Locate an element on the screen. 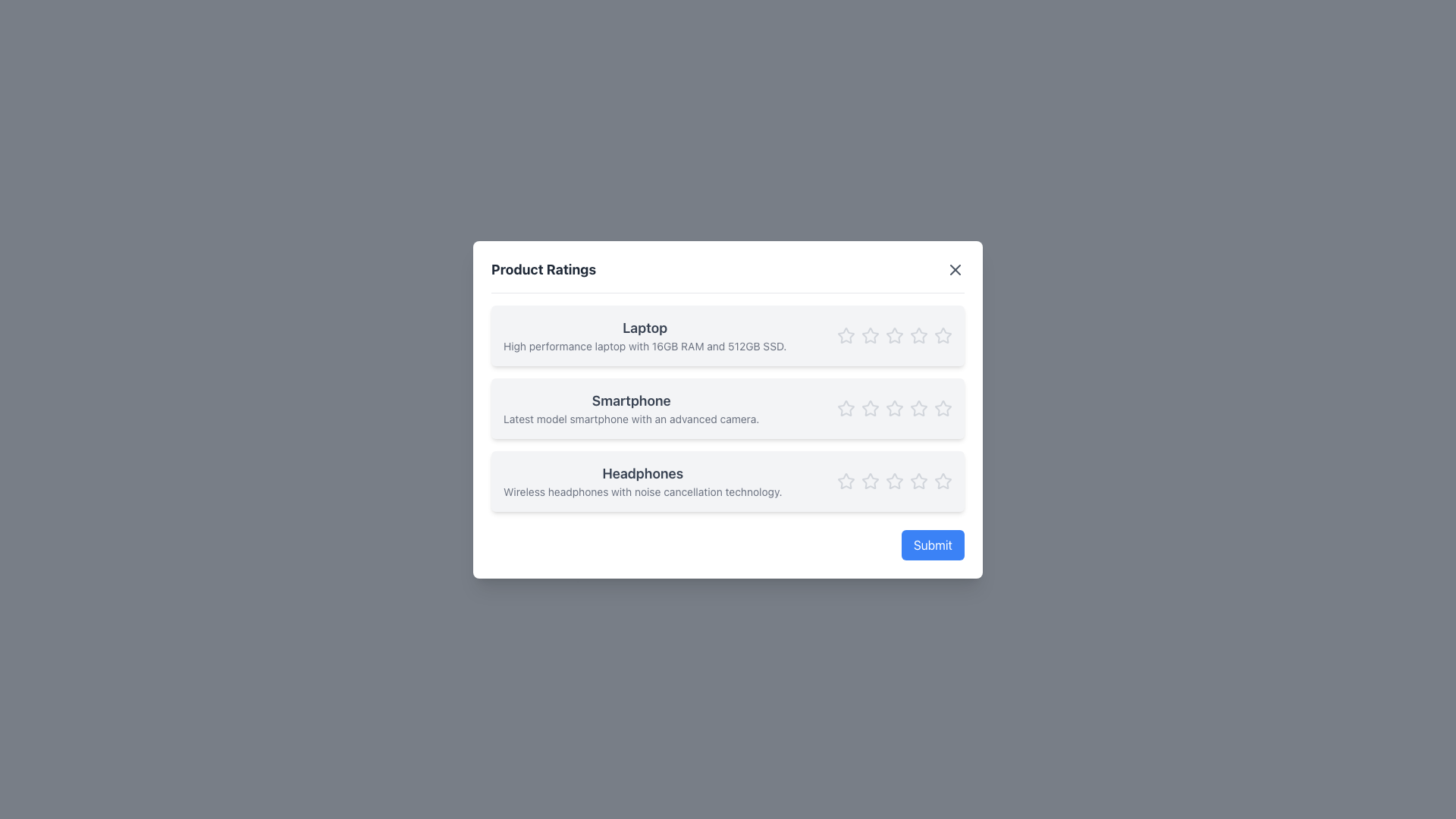  the fourth star is located at coordinates (918, 406).